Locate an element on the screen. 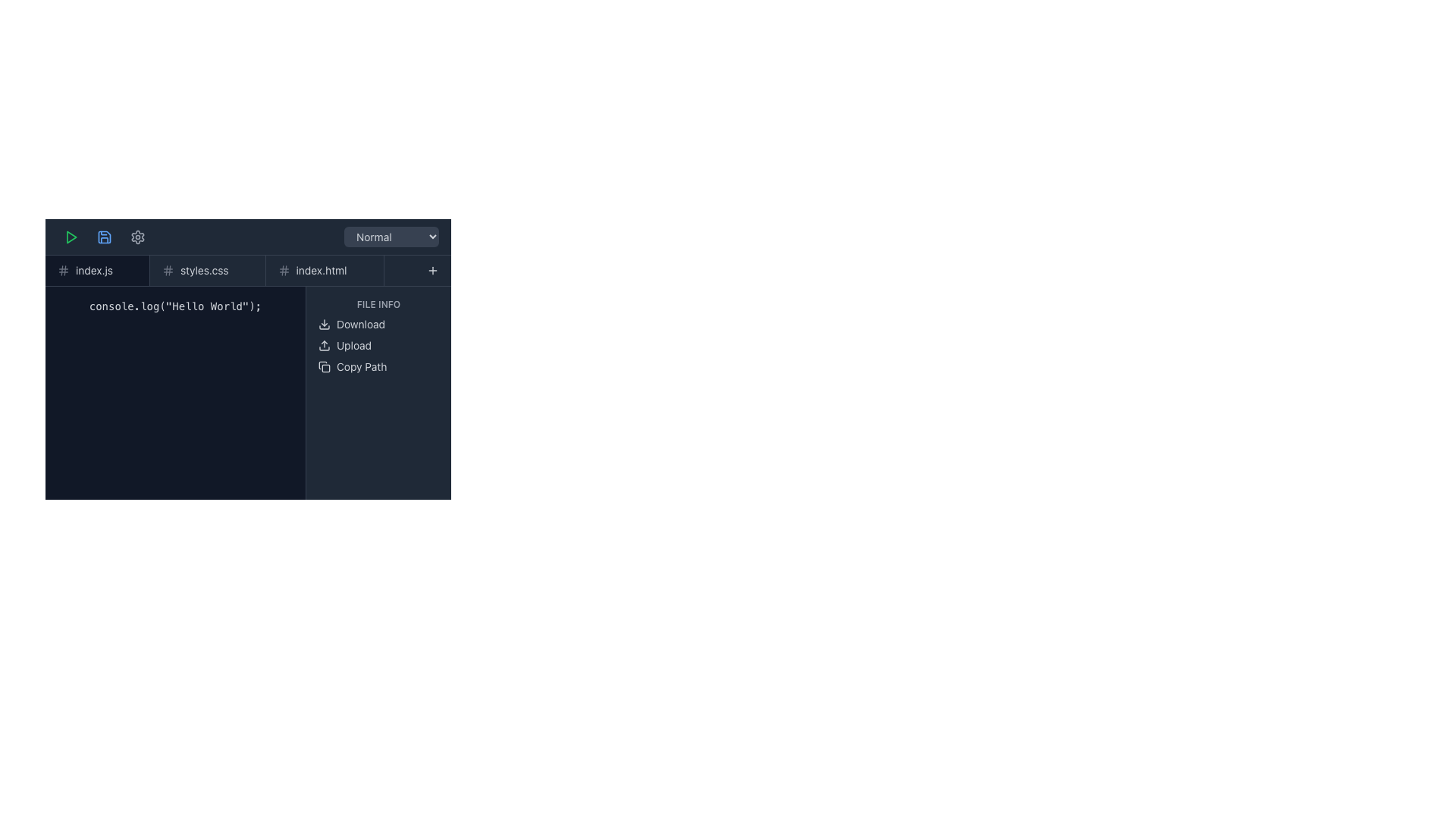 This screenshot has width=1456, height=819. the styled dropdown menu labeled 'Normal' is located at coordinates (391, 237).